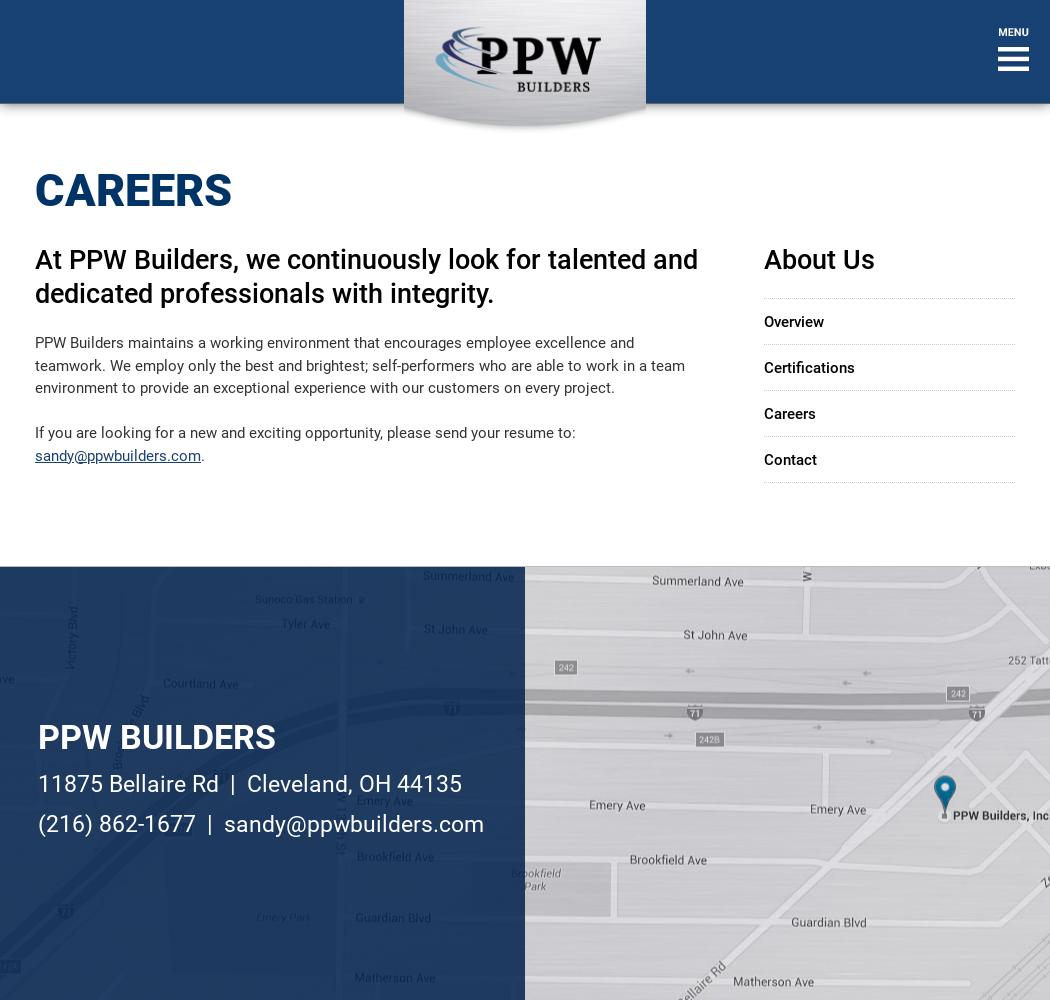  Describe the element at coordinates (156, 735) in the screenshot. I see `'PPW Builders'` at that location.